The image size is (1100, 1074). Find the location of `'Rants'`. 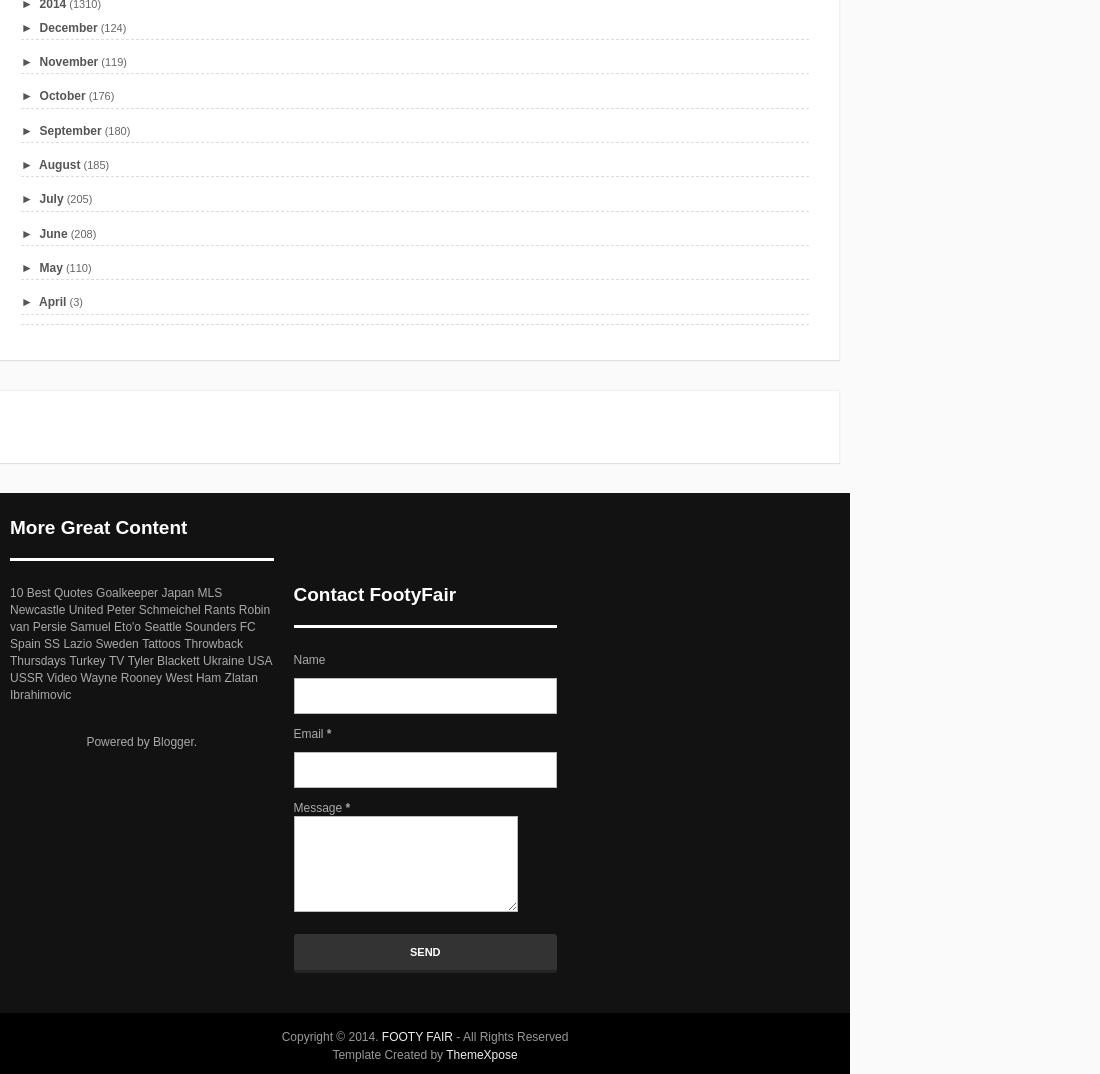

'Rants' is located at coordinates (203, 608).